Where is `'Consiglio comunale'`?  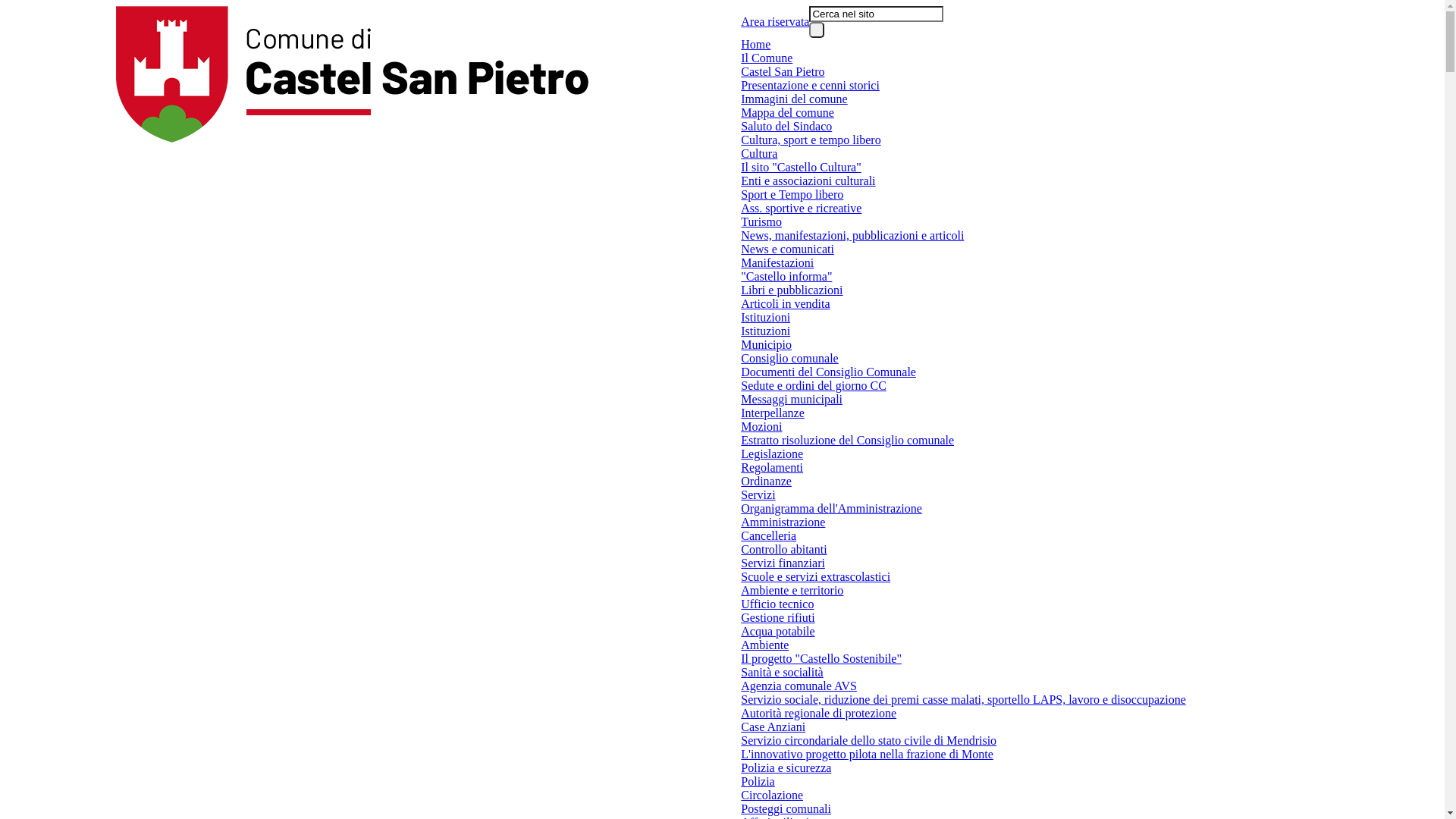
'Consiglio comunale' is located at coordinates (789, 359).